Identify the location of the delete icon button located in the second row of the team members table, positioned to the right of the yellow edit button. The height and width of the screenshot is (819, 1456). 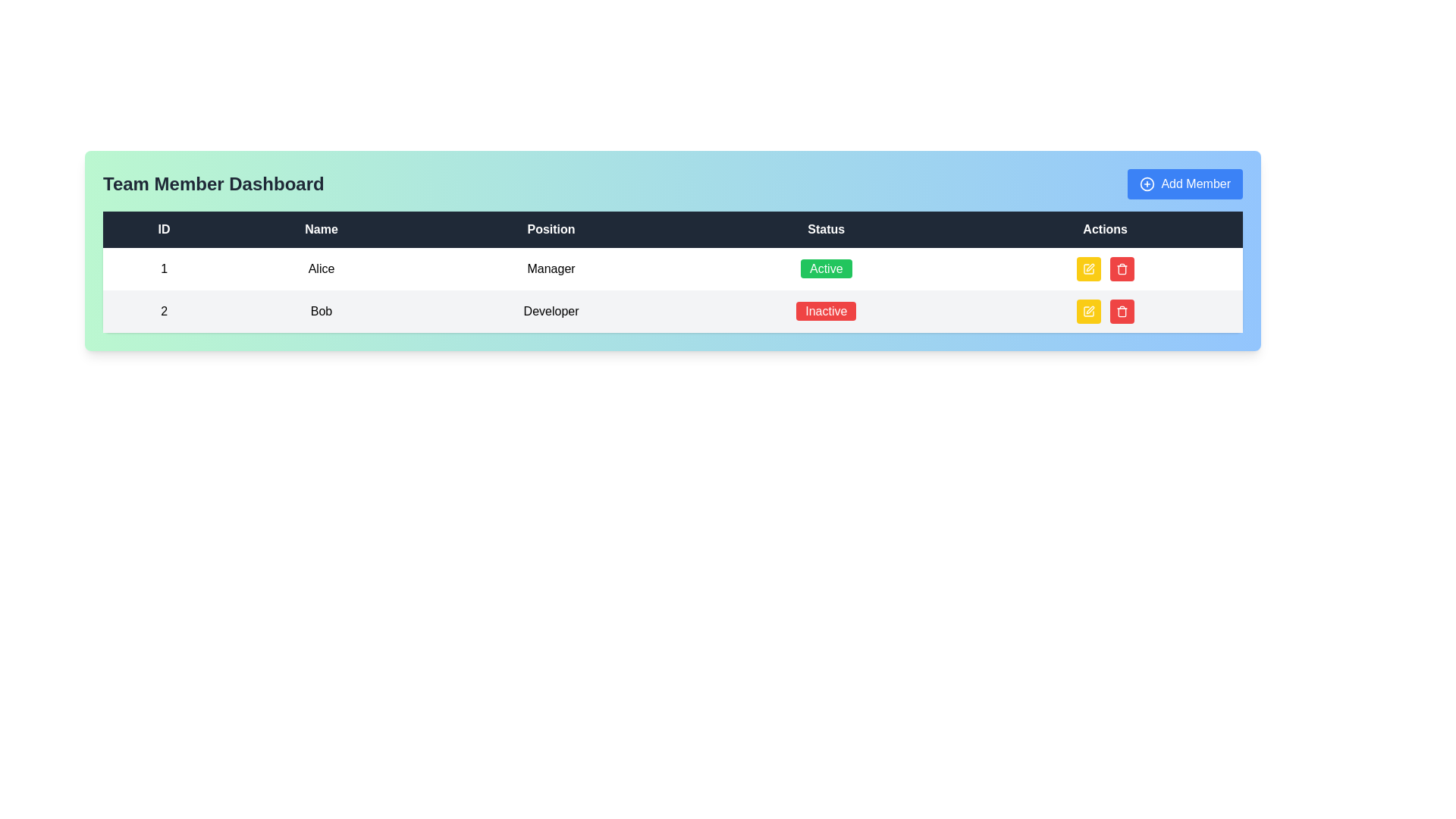
(1122, 311).